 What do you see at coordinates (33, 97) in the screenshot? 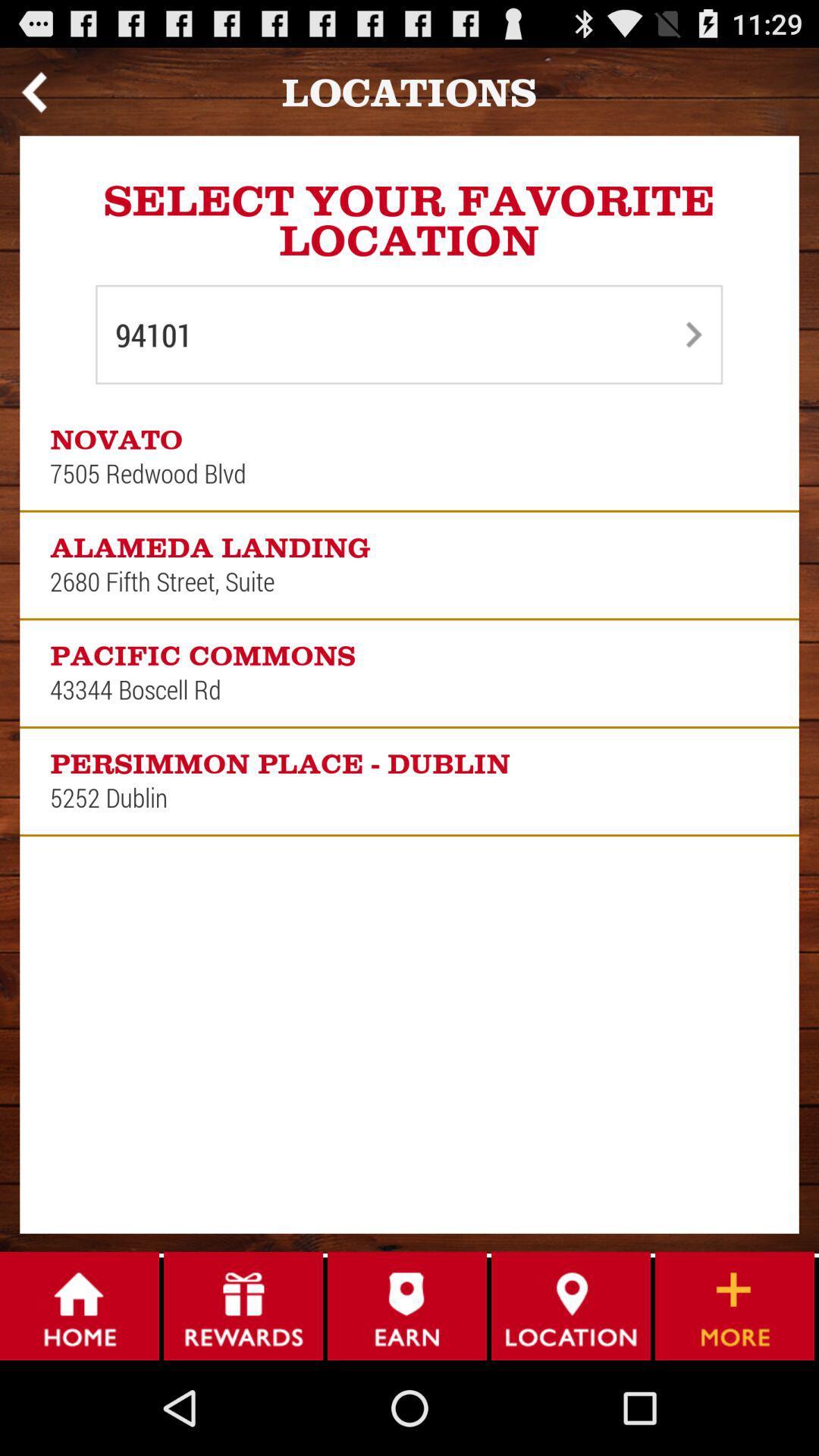
I see `the arrow_backward icon` at bounding box center [33, 97].